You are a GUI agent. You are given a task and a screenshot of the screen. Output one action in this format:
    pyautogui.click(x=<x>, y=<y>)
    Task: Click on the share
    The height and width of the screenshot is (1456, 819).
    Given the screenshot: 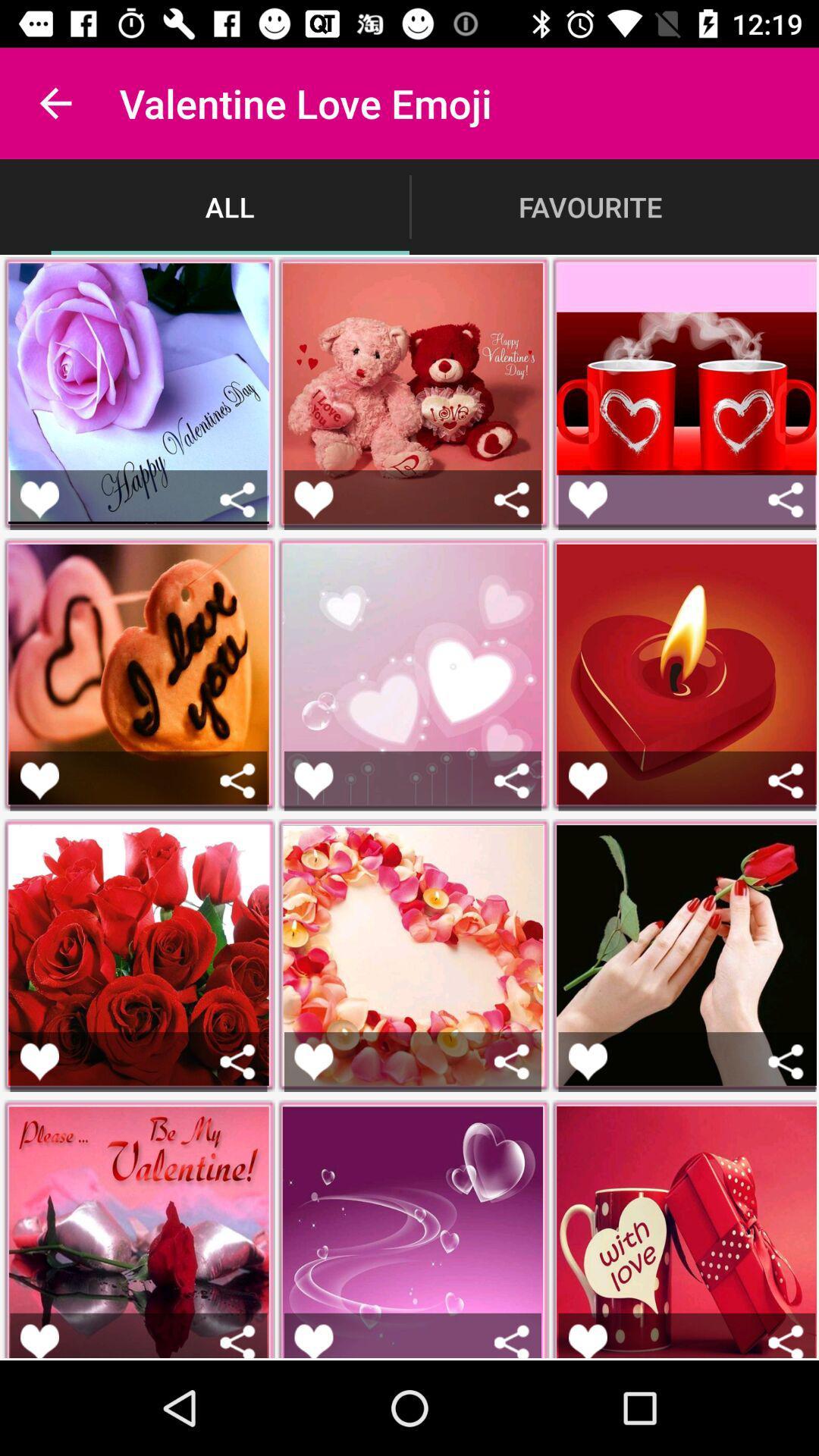 What is the action you would take?
    pyautogui.click(x=785, y=1061)
    